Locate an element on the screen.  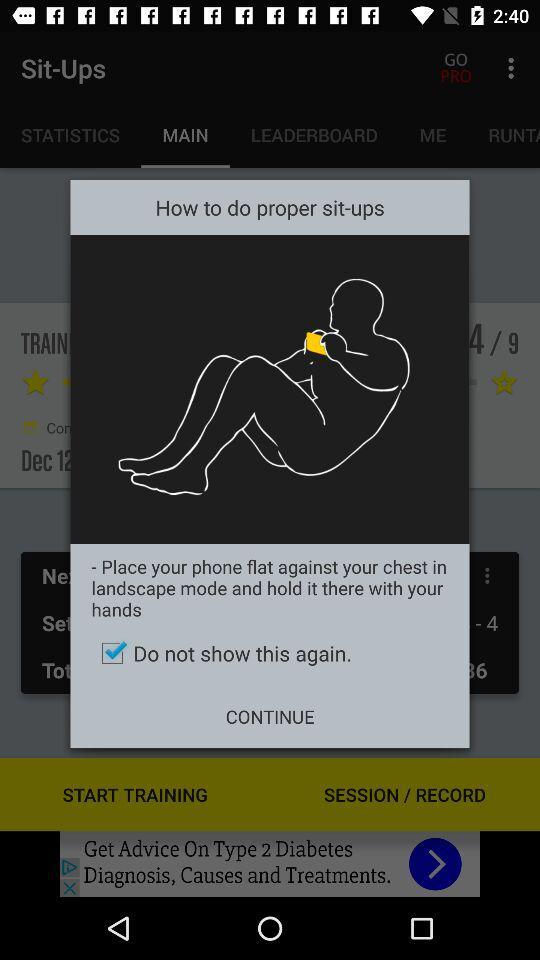
app below place your phone app is located at coordinates (270, 652).